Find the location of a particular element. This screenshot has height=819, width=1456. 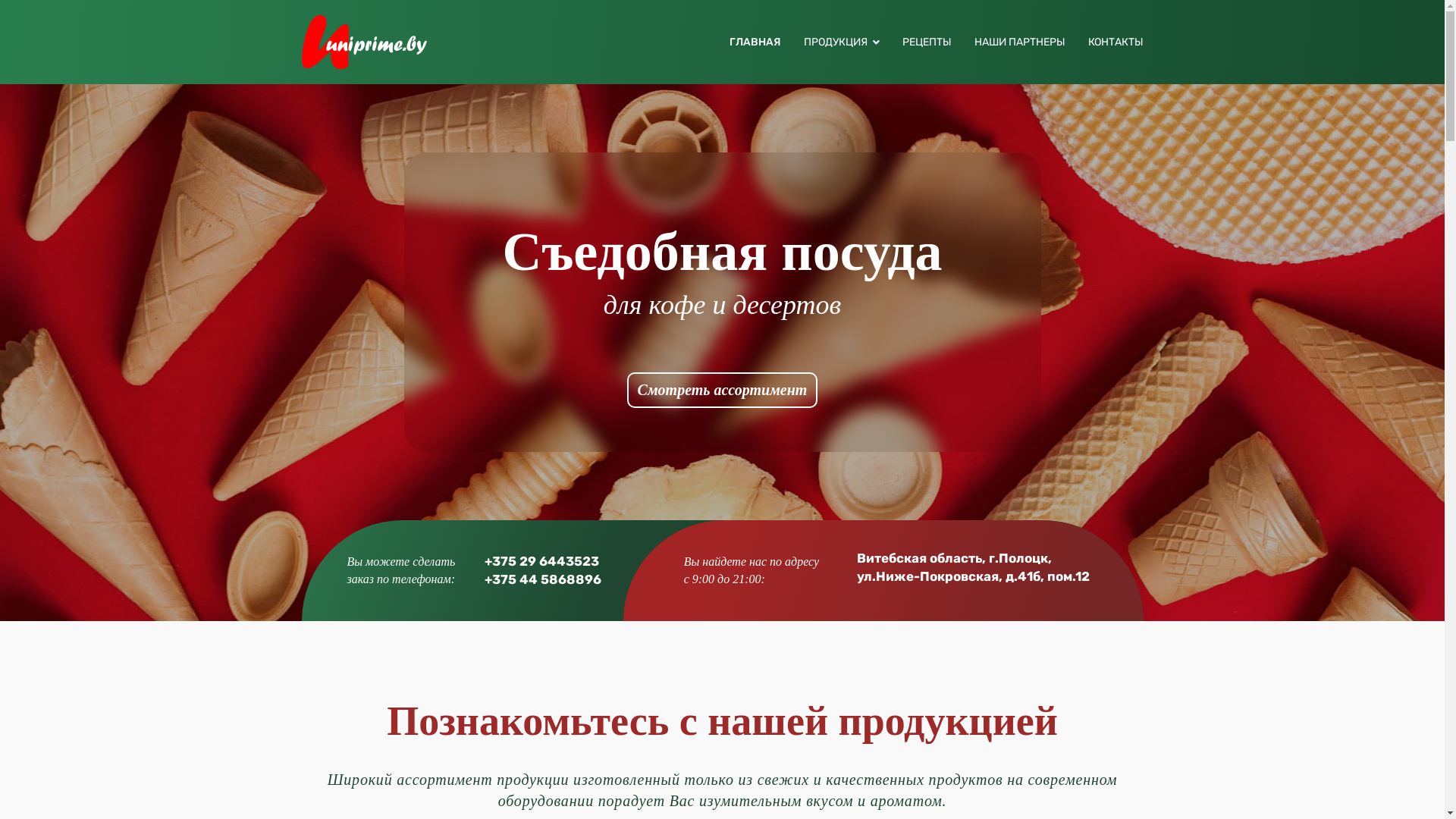

'+375 29 6443523' is located at coordinates (541, 561).